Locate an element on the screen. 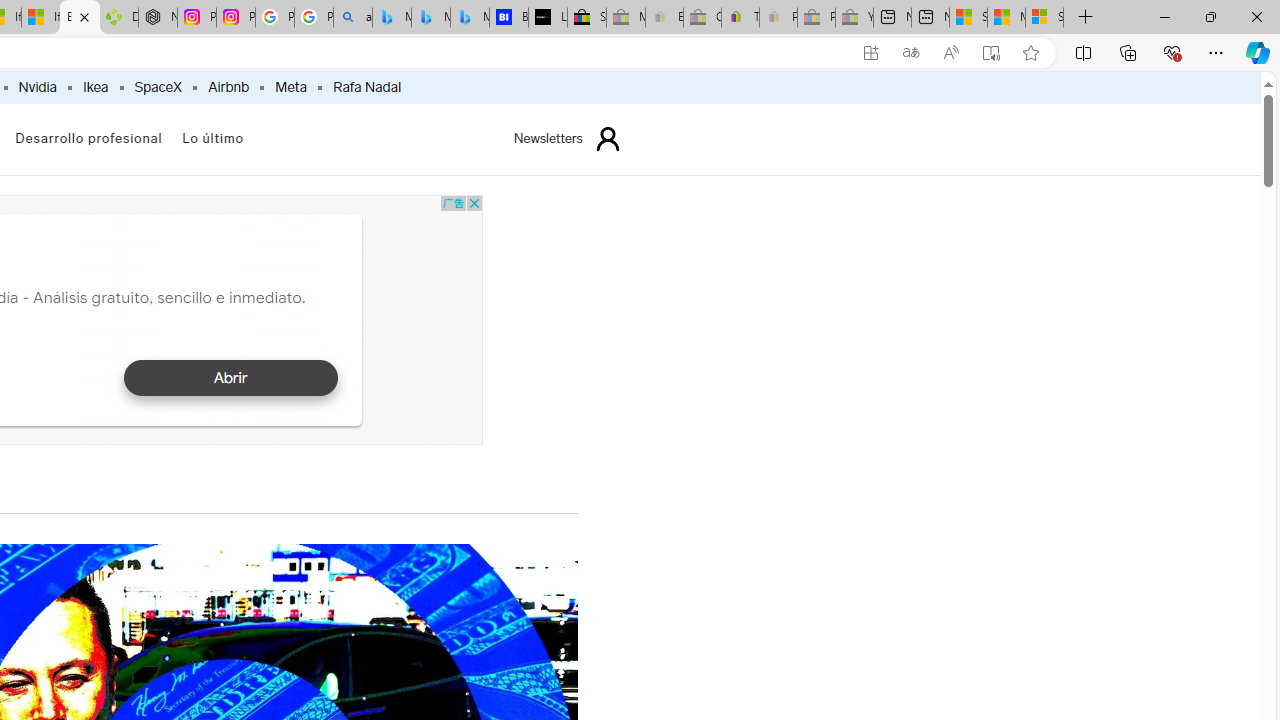  'Nvidia' is located at coordinates (37, 87).